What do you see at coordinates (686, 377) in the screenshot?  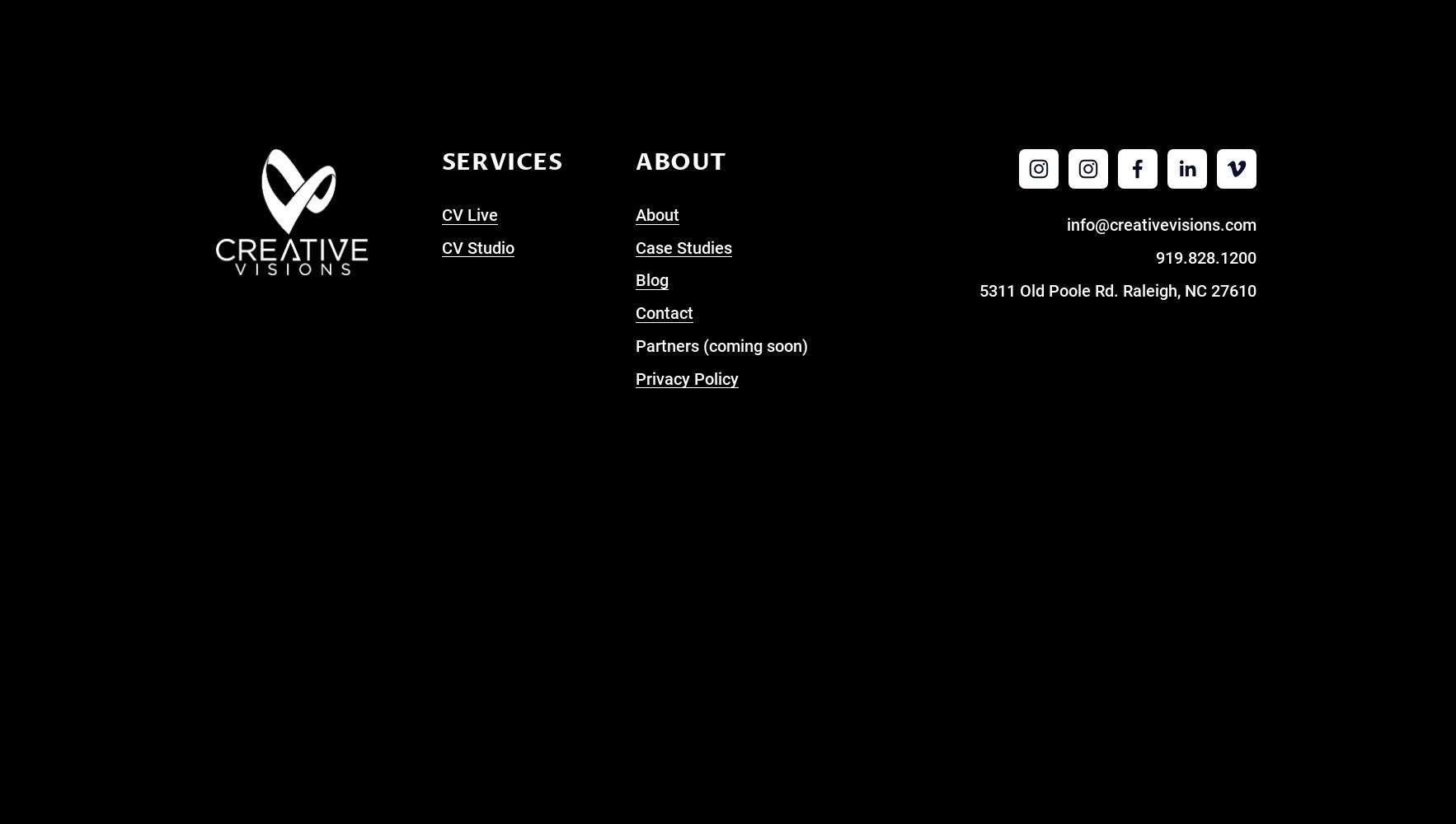 I see `'Privacy Policy'` at bounding box center [686, 377].